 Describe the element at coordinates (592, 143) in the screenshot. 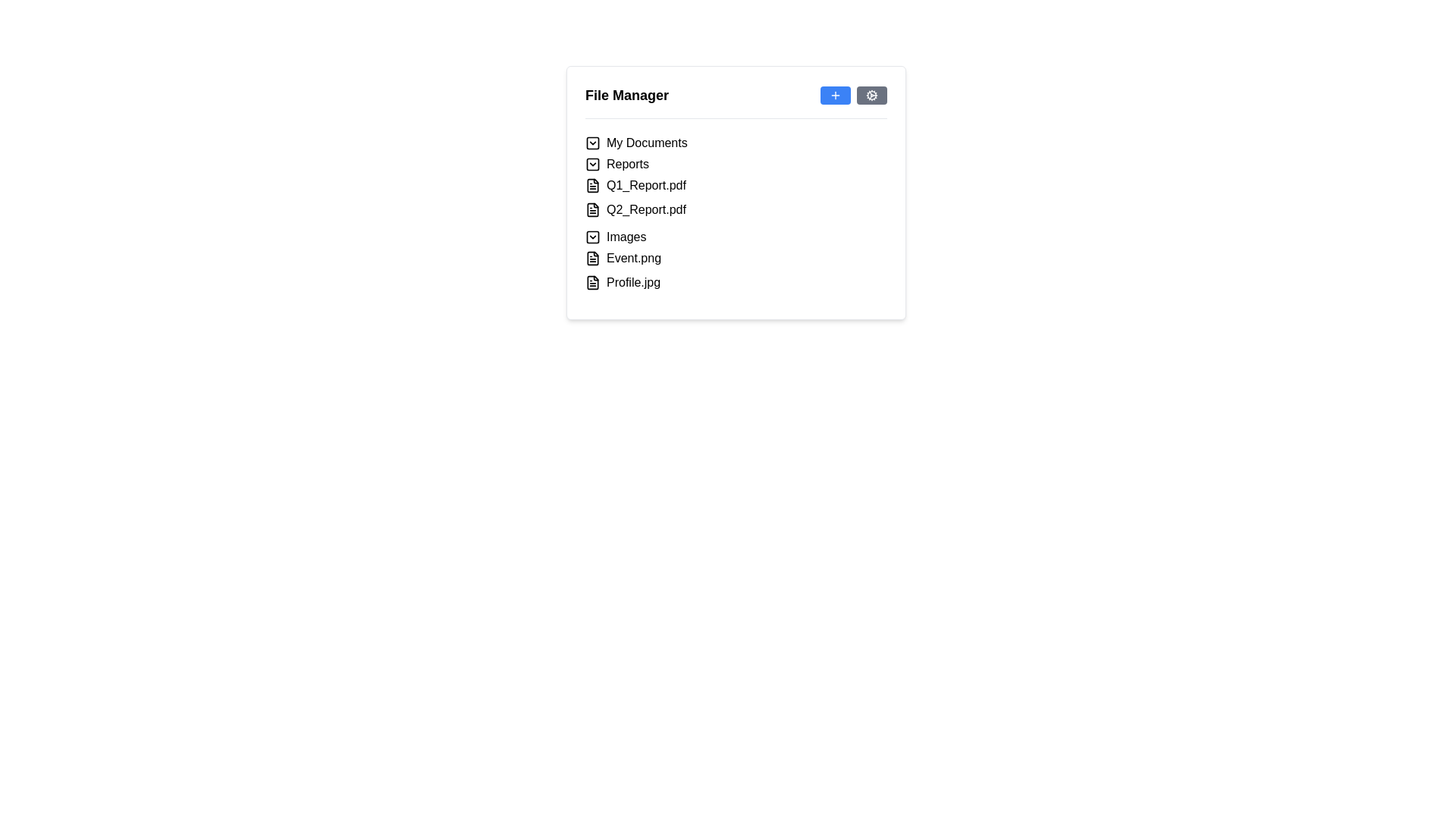

I see `the checkbox-like interactive component located near the upper-left edge of the interactive file manager` at that location.